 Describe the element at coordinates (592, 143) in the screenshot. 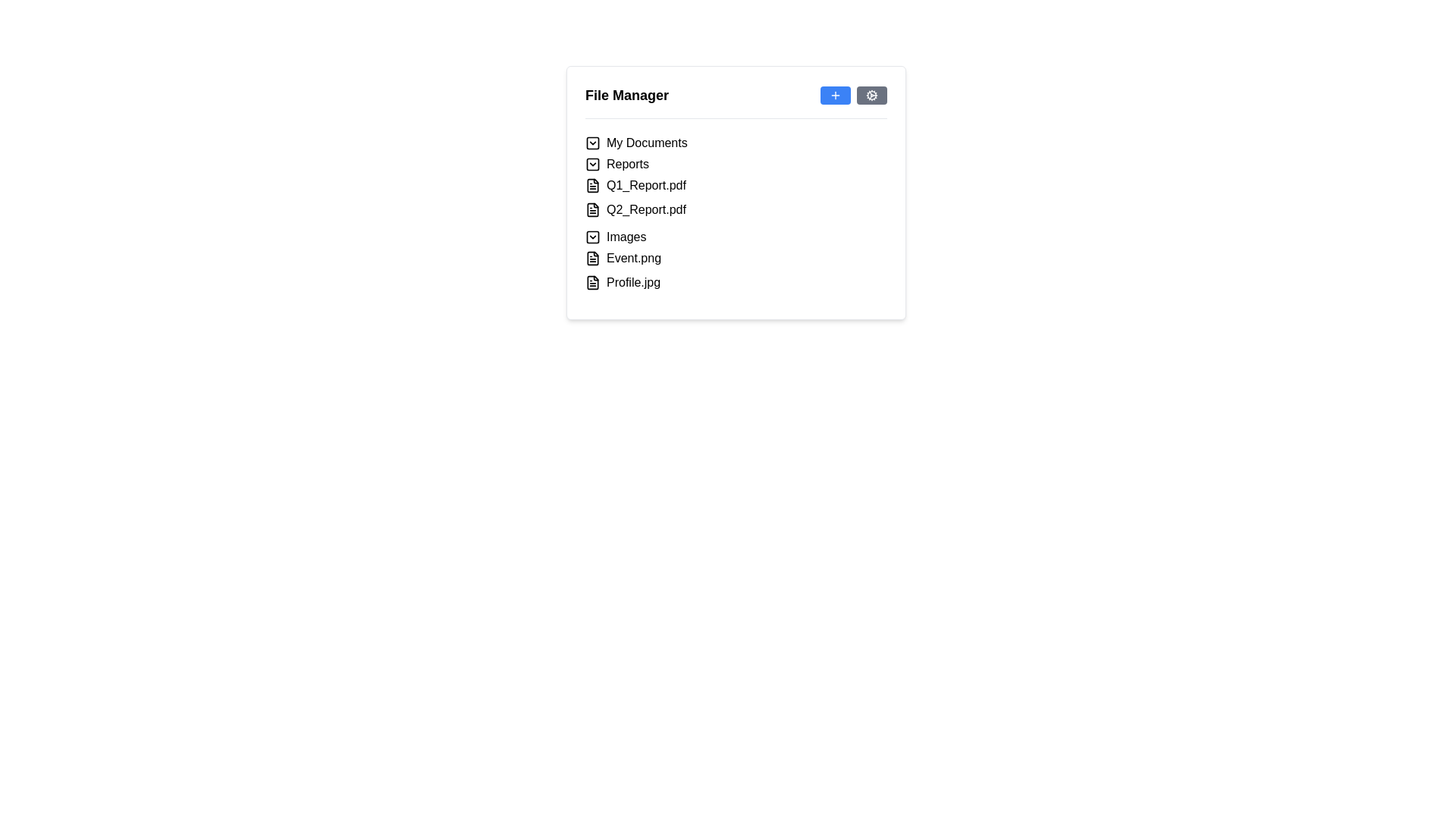

I see `the checkbox-like interactive component located near the upper-left edge of the interactive file manager` at that location.